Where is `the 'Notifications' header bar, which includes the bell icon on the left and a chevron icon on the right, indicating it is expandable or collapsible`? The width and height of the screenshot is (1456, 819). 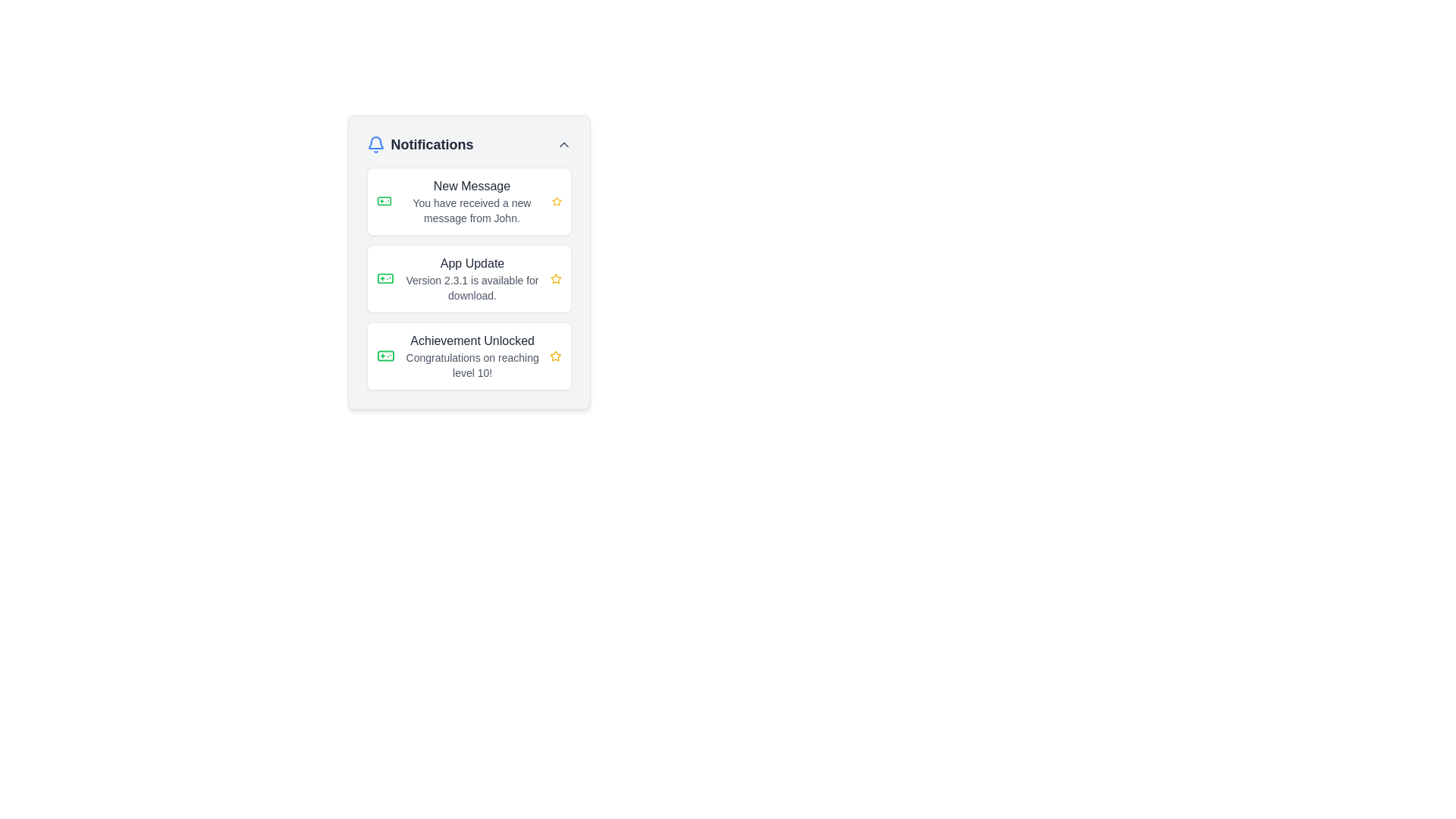
the 'Notifications' header bar, which includes the bell icon on the left and a chevron icon on the right, indicating it is expandable or collapsible is located at coordinates (468, 145).